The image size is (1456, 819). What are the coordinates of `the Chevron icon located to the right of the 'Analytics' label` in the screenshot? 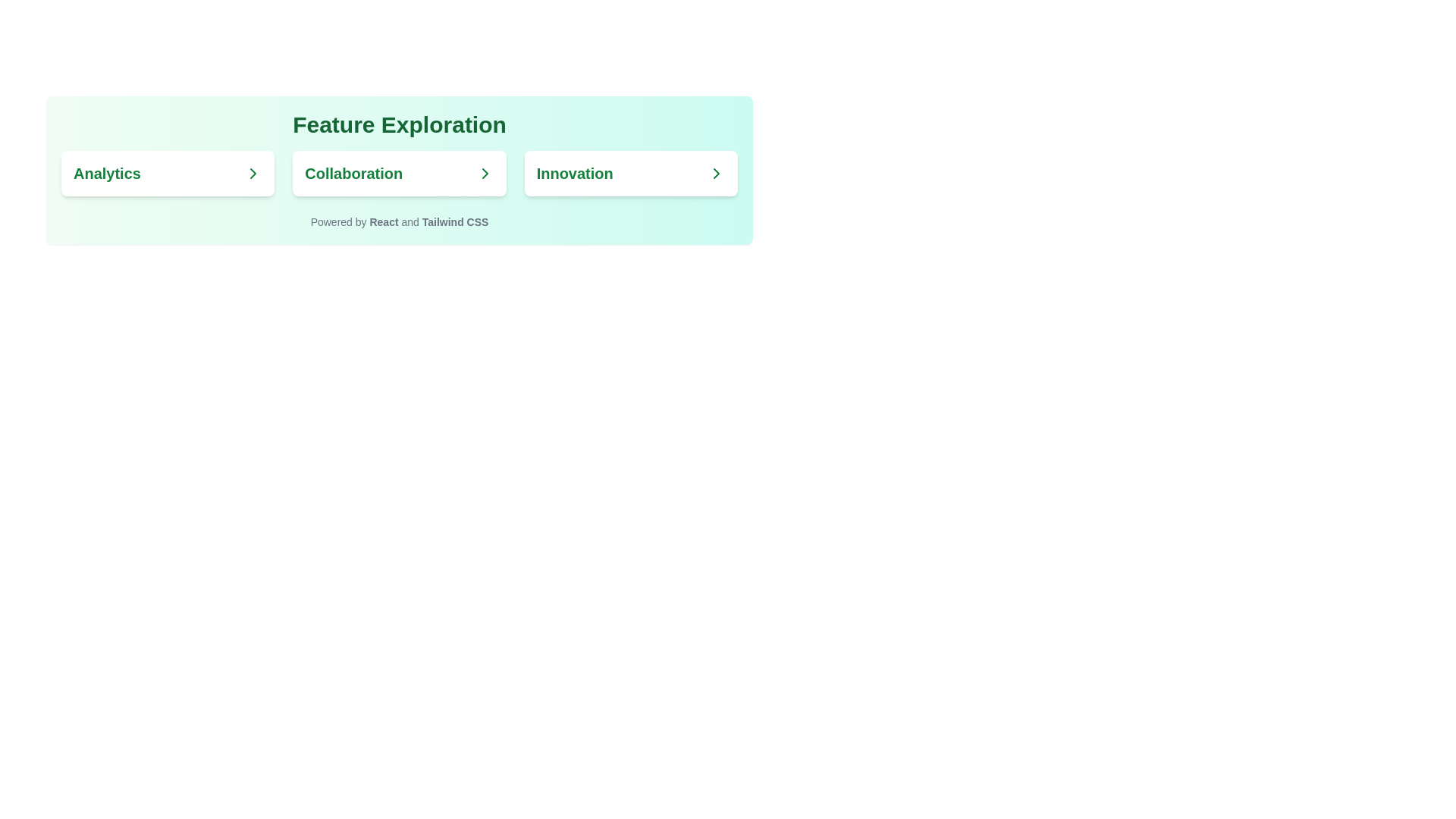 It's located at (253, 172).